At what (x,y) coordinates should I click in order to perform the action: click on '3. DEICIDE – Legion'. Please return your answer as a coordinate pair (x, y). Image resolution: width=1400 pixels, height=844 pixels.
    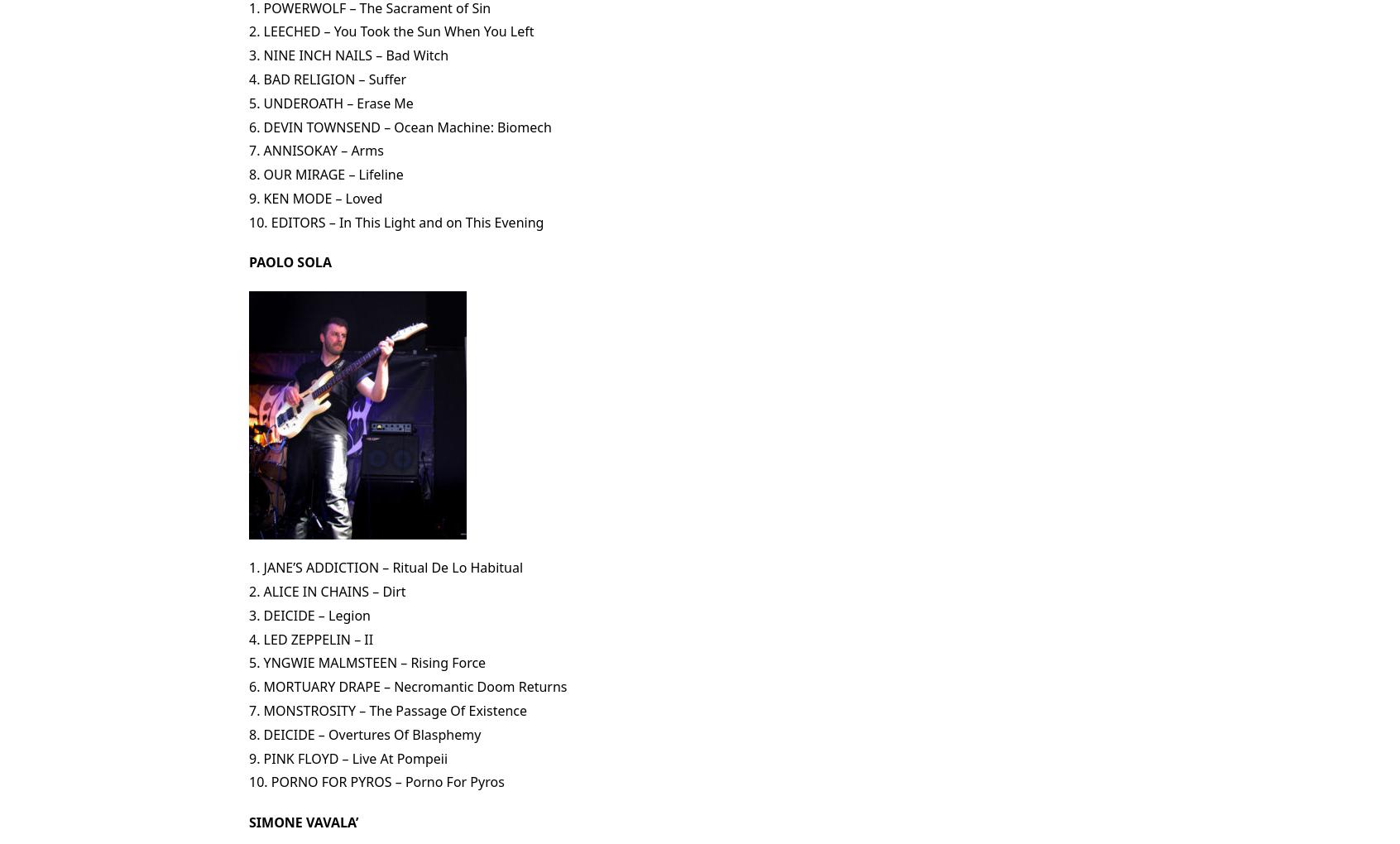
    Looking at the image, I should click on (248, 614).